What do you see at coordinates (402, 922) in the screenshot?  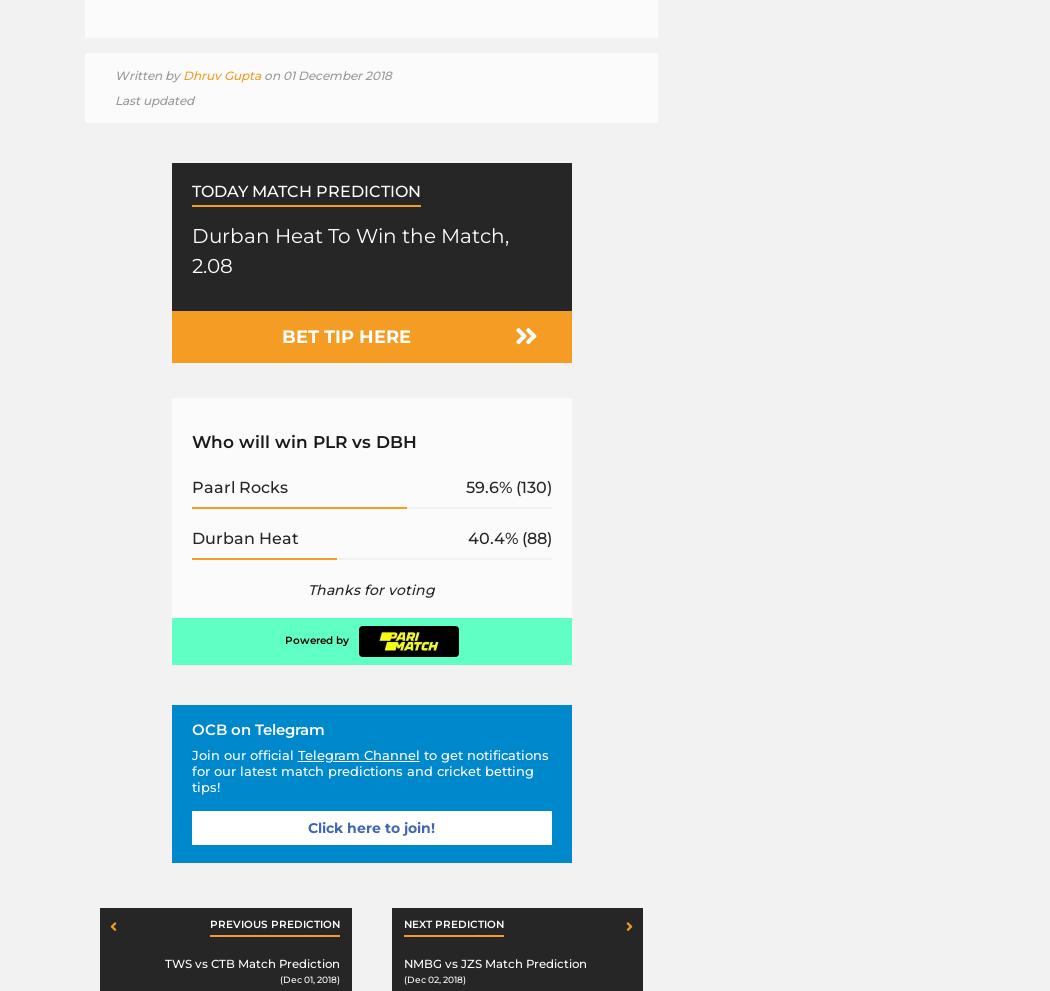 I see `'Next prediction'` at bounding box center [402, 922].